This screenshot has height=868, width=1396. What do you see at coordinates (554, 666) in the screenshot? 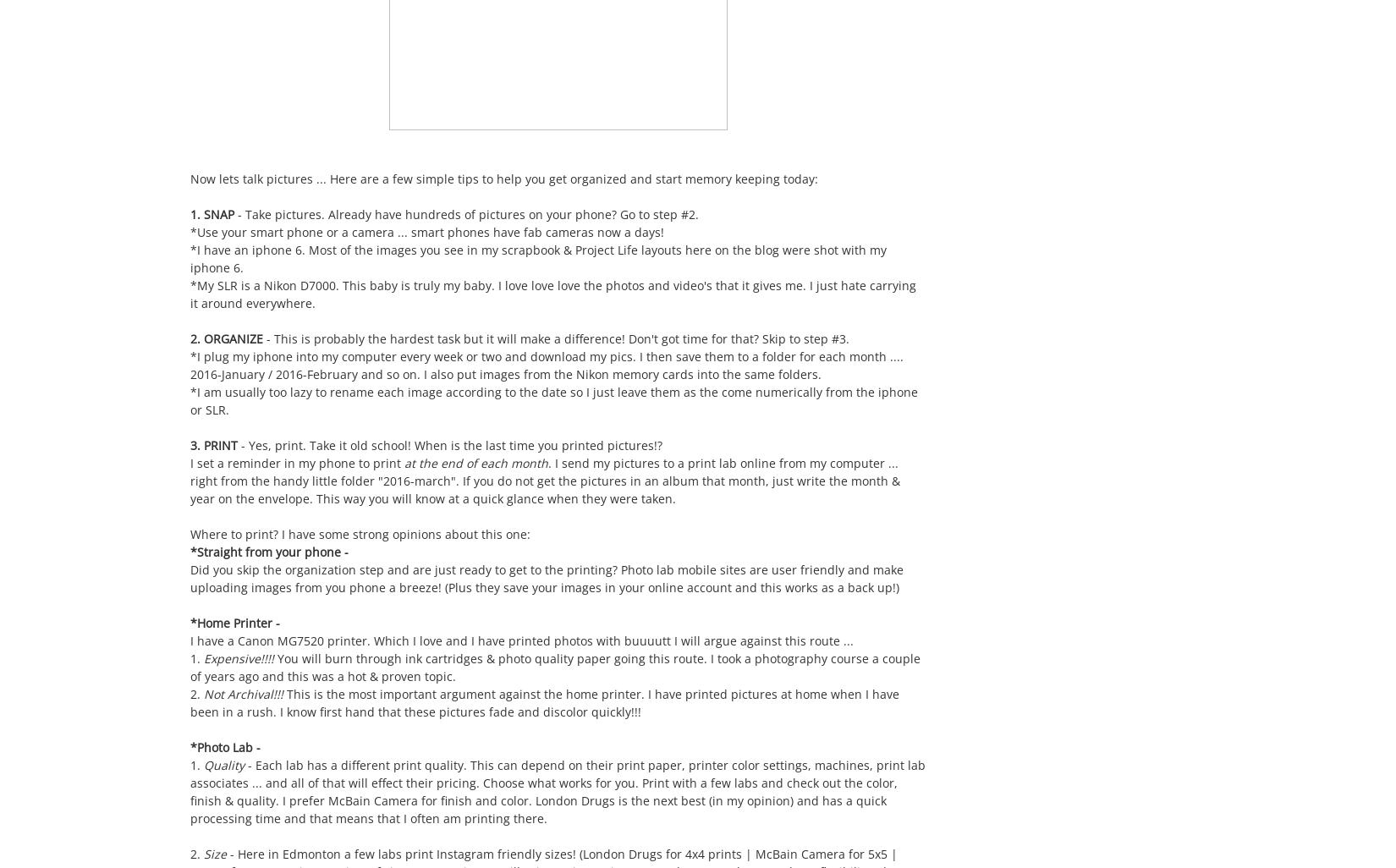
I see `'You will burn through ink cartridges & photo quality paper going this route. I took a photography course a couple of years ago and this was a hot & proven topic.'` at bounding box center [554, 666].